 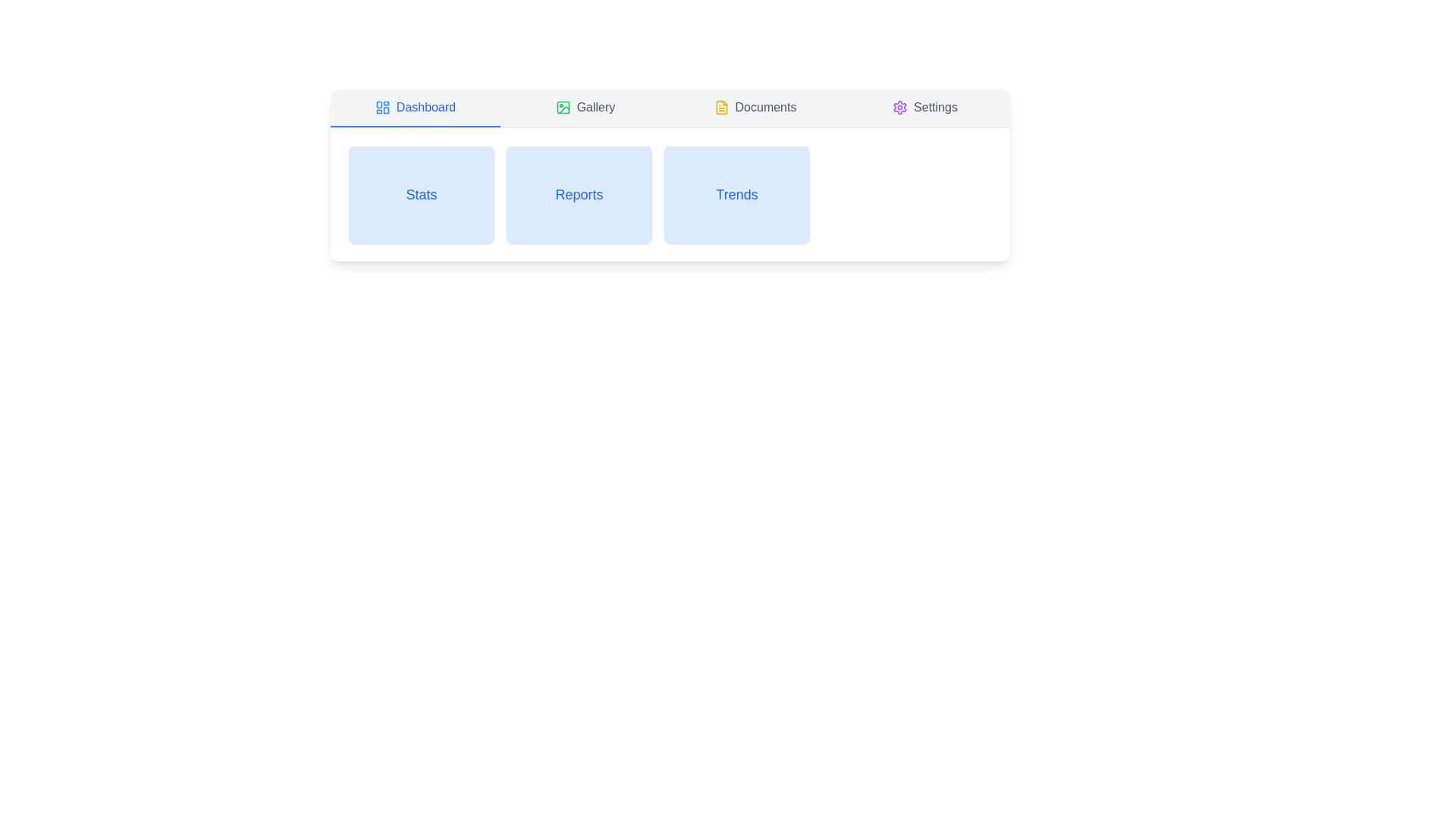 What do you see at coordinates (382, 107) in the screenshot?
I see `the blue SVG icon located to the left of the 'Dashboard' text in the navigation menu` at bounding box center [382, 107].